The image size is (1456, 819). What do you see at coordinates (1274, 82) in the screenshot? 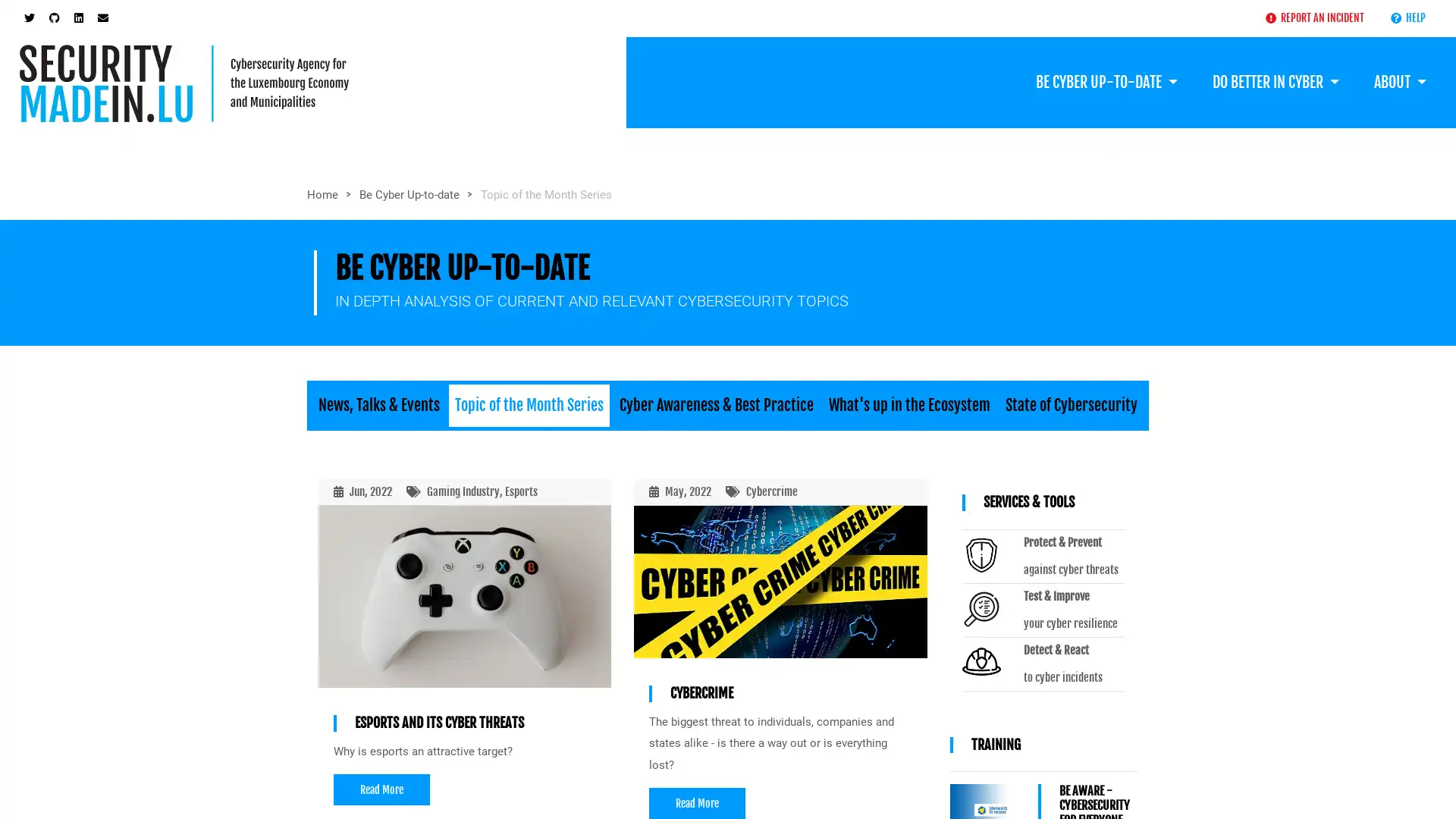
I see `DO BETTER IN CYBER` at bounding box center [1274, 82].